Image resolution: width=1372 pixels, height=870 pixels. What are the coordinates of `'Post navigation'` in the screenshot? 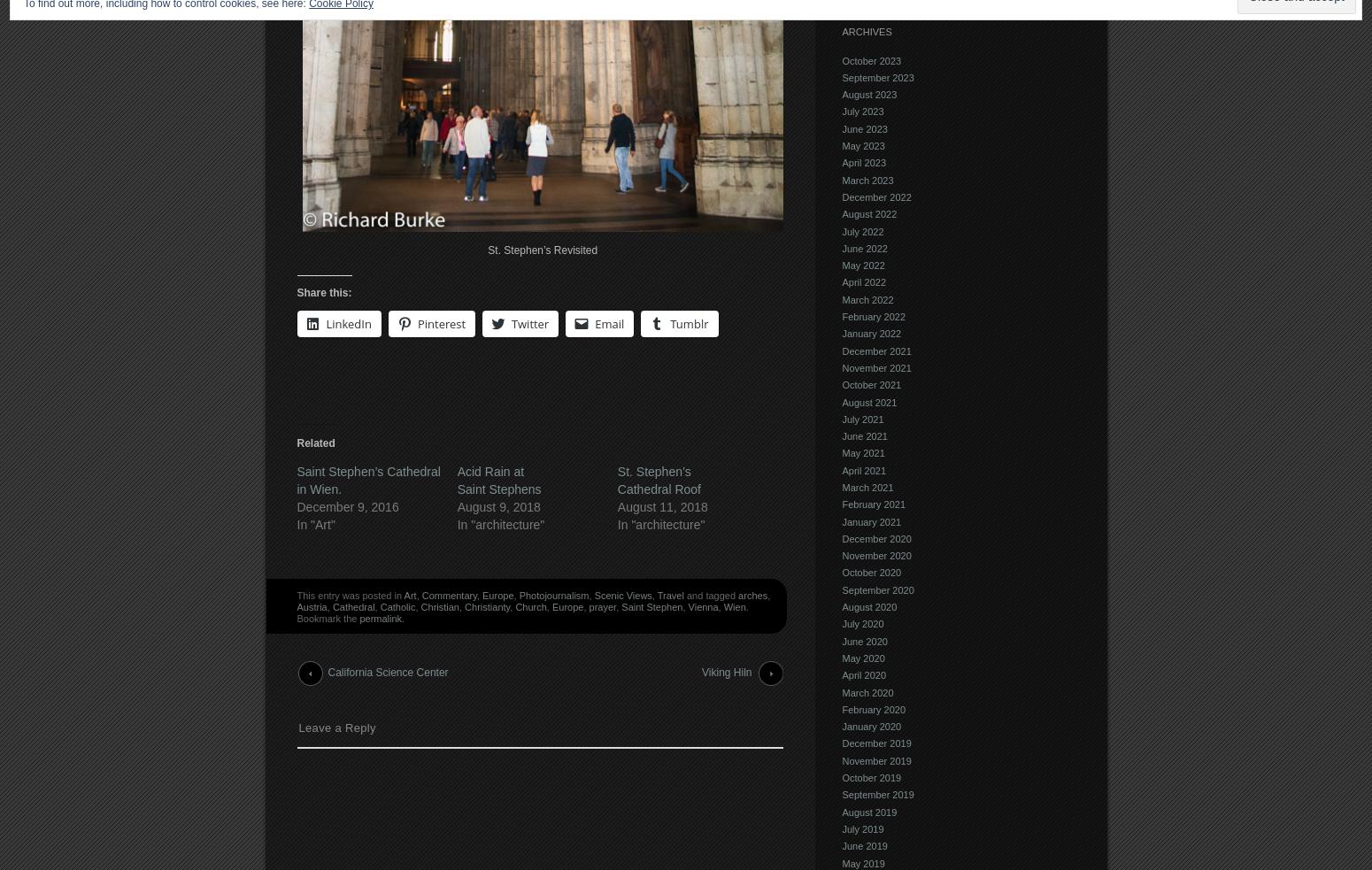 It's located at (351, 666).